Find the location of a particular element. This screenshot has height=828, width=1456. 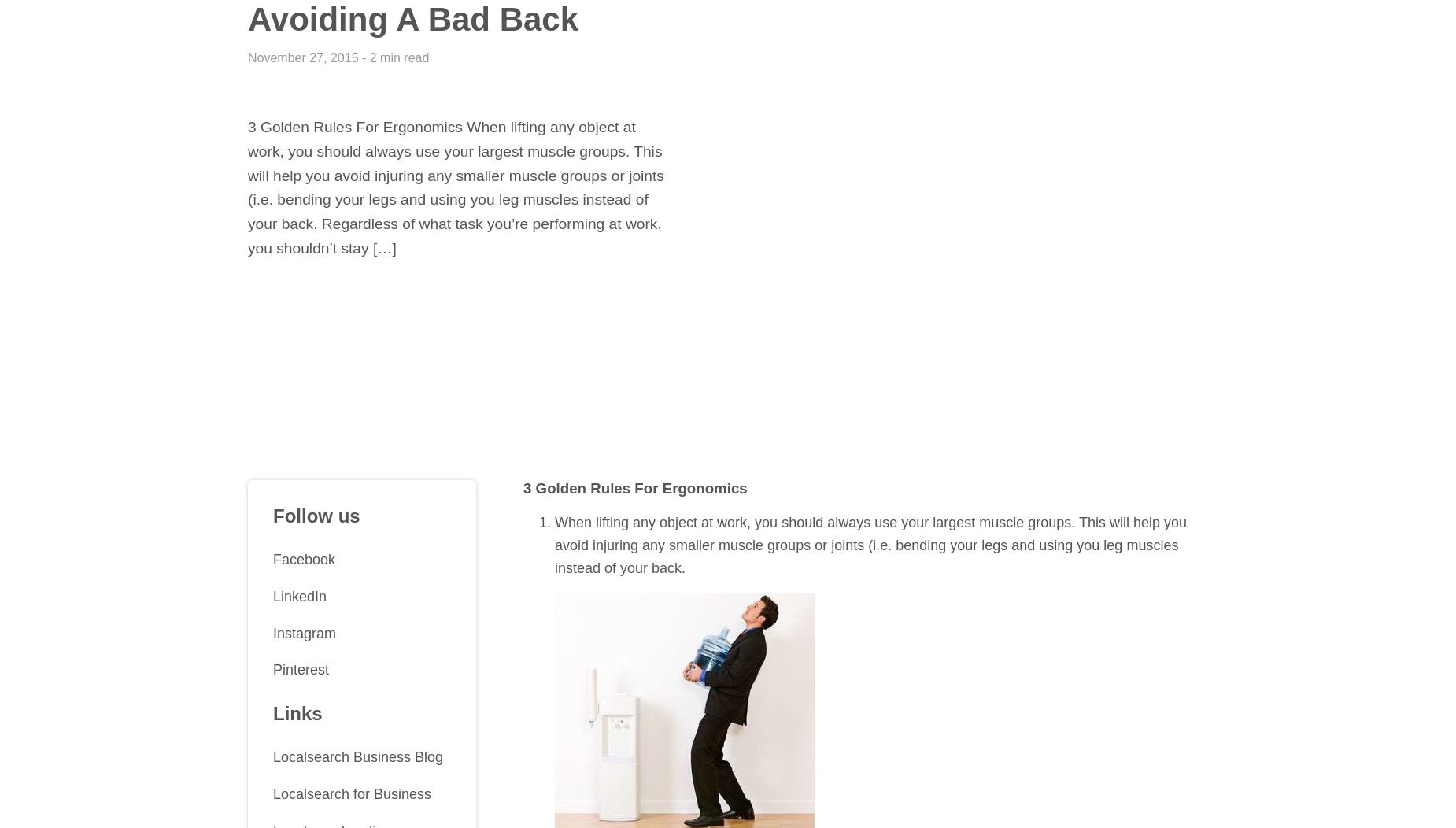

'Facebook' is located at coordinates (303, 560).